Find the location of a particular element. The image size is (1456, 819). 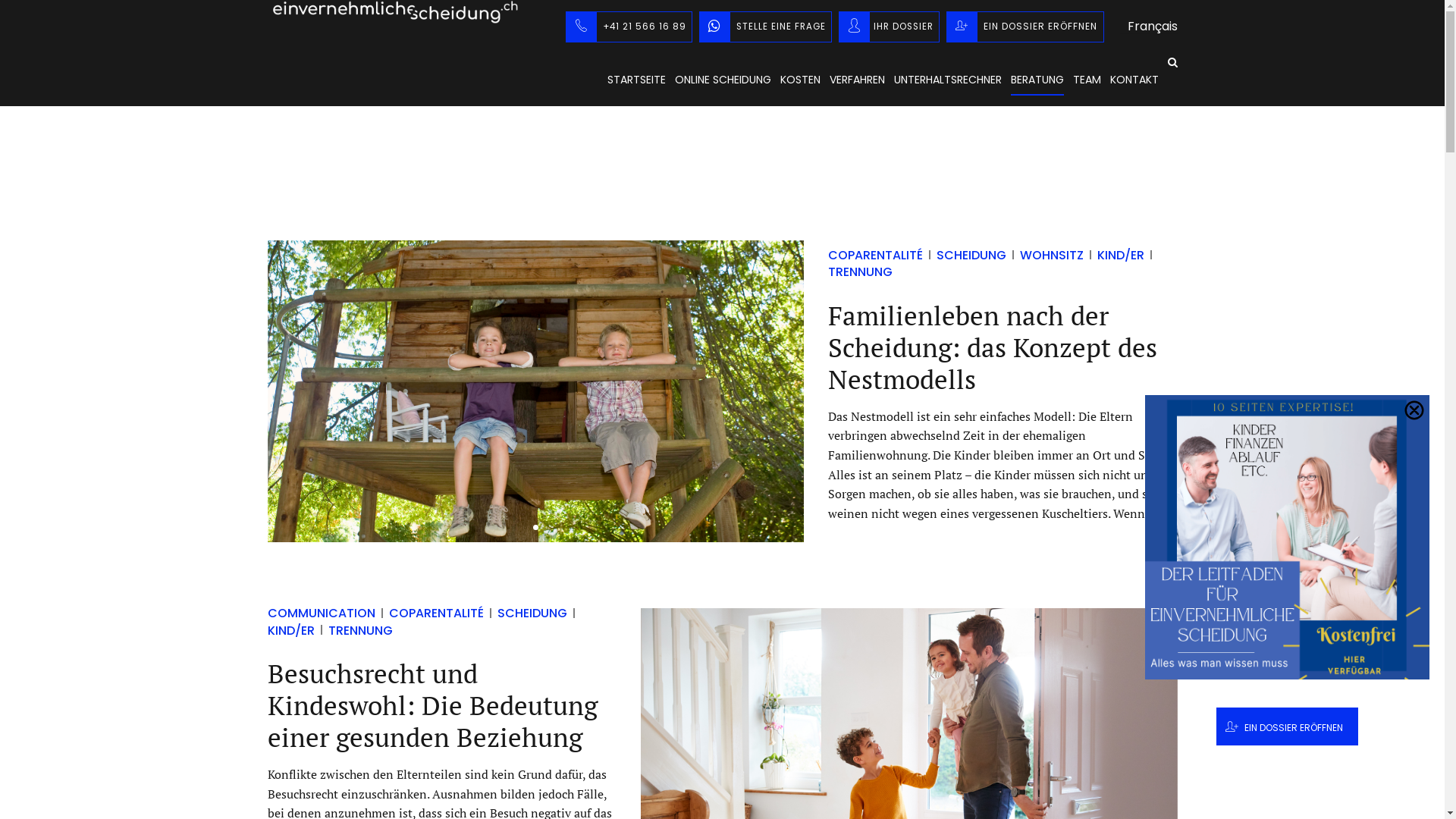

'SCHEIDUNG' is located at coordinates (525, 612).